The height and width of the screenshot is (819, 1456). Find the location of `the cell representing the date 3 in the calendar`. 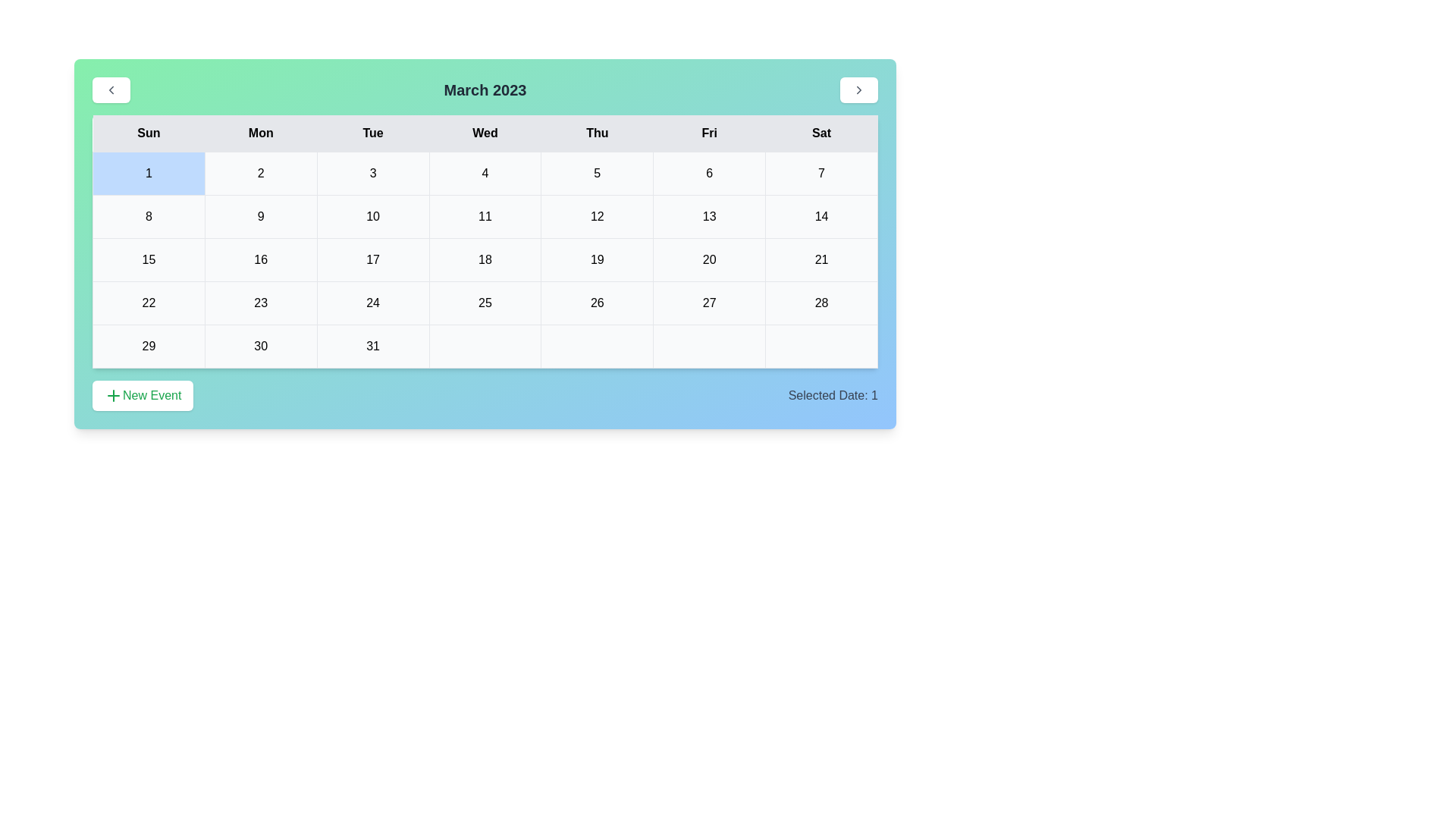

the cell representing the date 3 in the calendar is located at coordinates (372, 172).